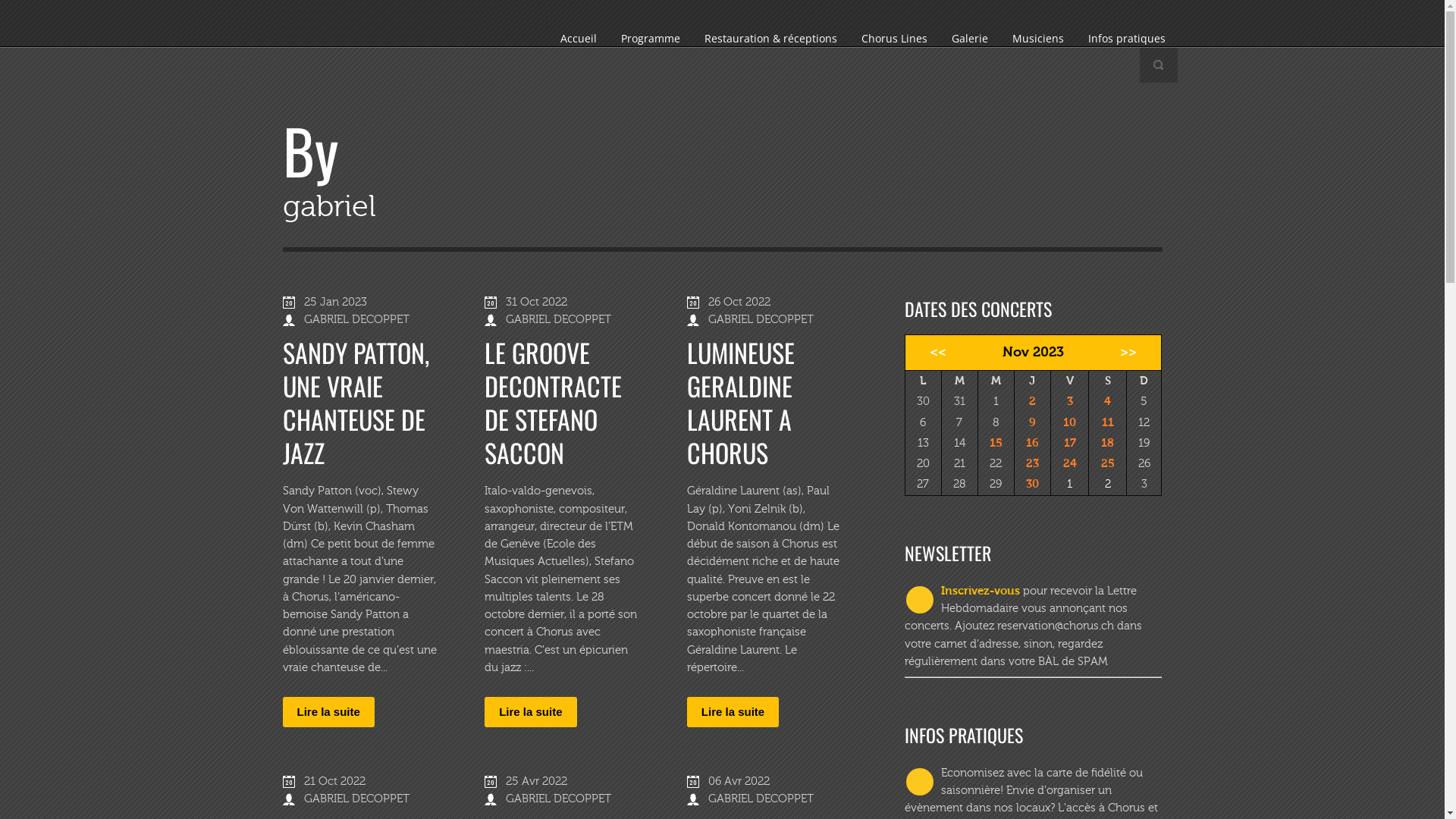  I want to click on '15', so click(996, 442).